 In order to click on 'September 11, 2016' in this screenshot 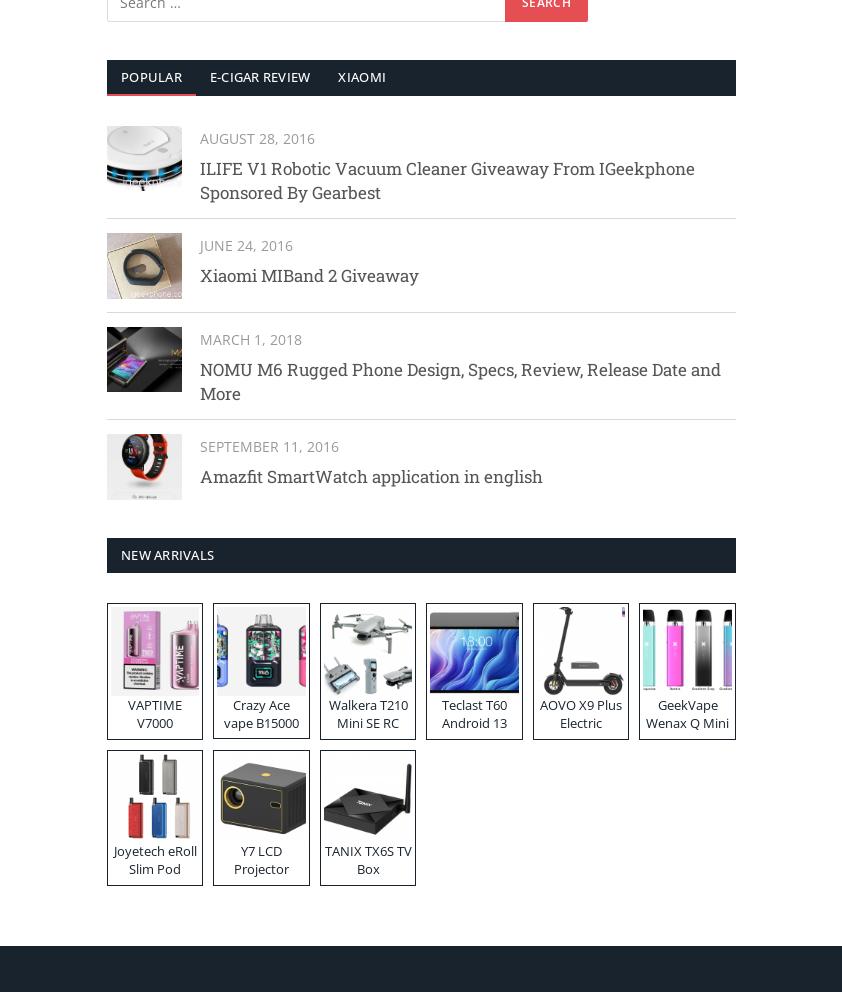, I will do `click(269, 445)`.